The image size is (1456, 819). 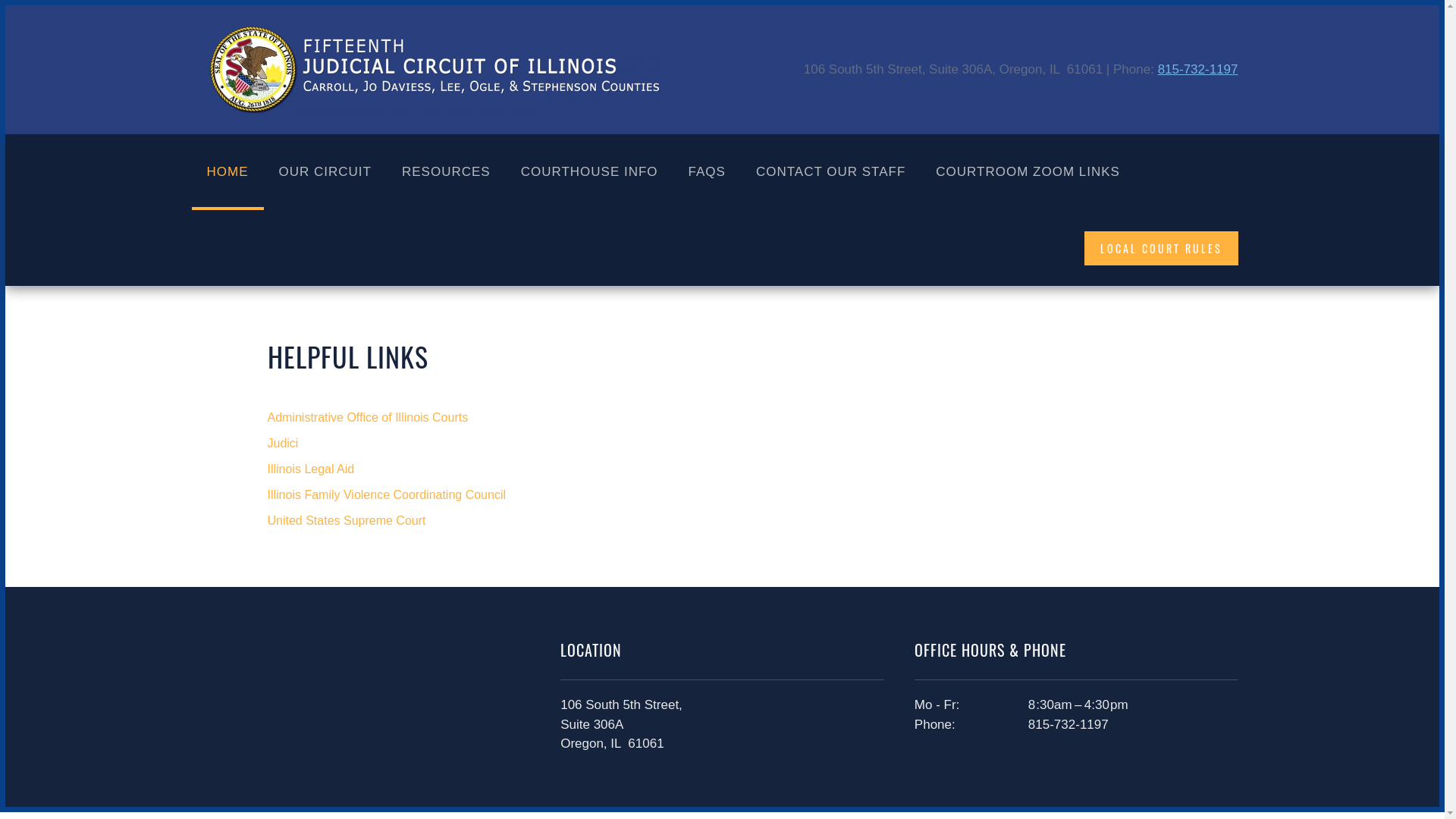 What do you see at coordinates (830, 171) in the screenshot?
I see `'CONTACT OUR STAFF'` at bounding box center [830, 171].